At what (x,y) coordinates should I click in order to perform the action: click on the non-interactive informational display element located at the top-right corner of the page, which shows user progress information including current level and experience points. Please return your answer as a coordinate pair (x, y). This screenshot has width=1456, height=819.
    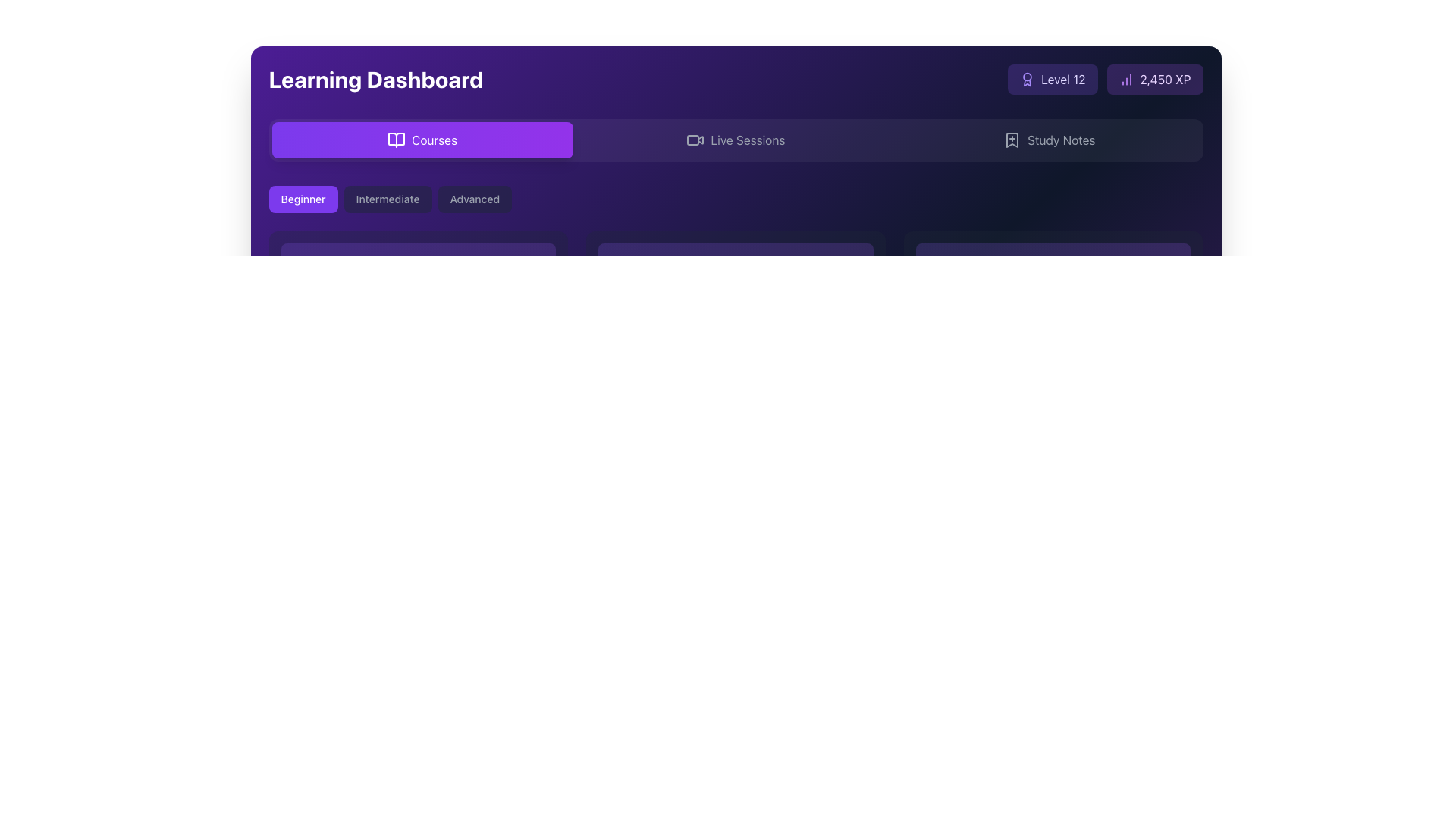
    Looking at the image, I should click on (1105, 79).